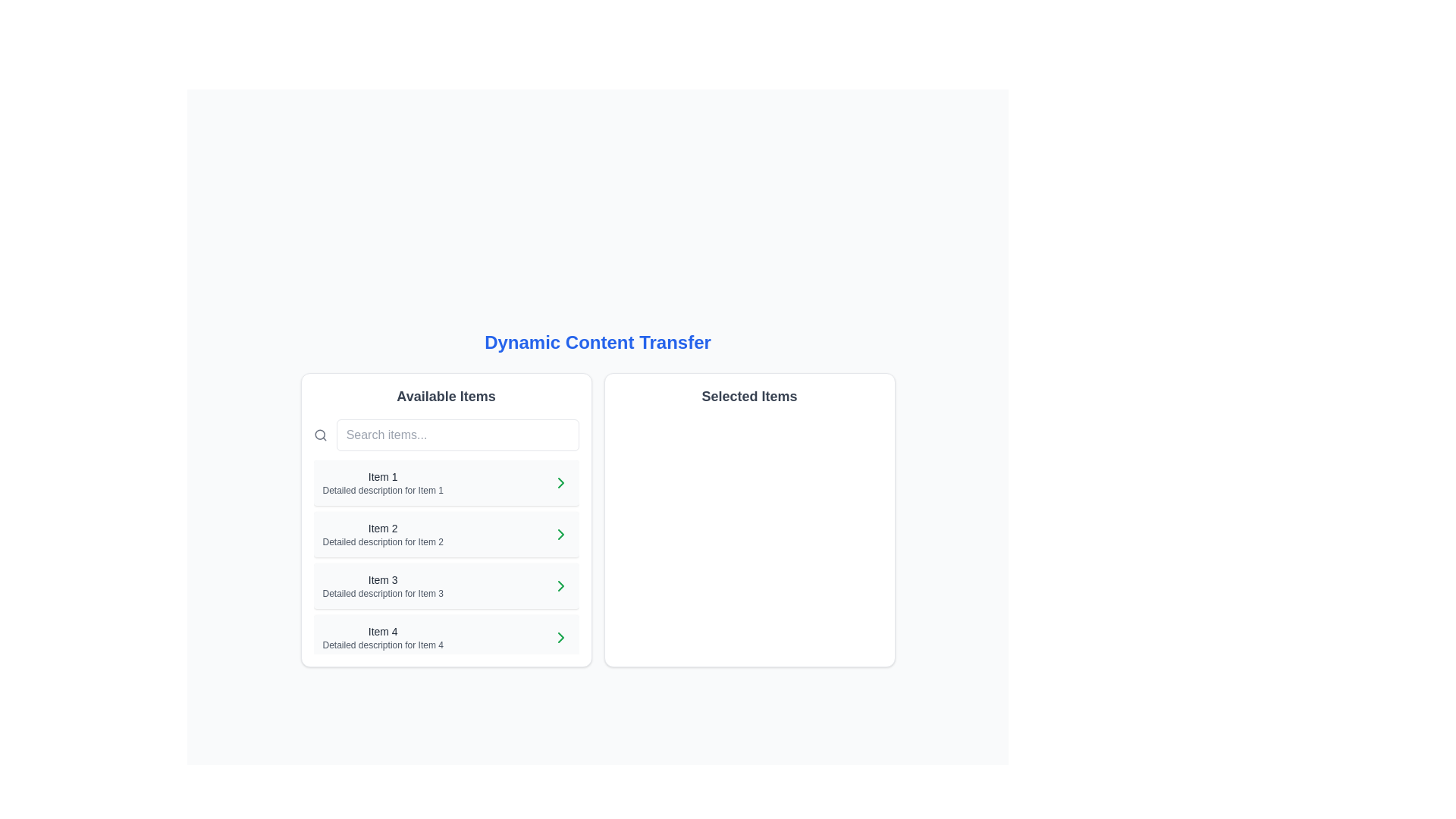 Image resolution: width=1456 pixels, height=819 pixels. I want to click on the Text block titled 'Item 3' within the 'Available Items' panel, which contains a brief description and is in a card-like appearance, so click(383, 585).